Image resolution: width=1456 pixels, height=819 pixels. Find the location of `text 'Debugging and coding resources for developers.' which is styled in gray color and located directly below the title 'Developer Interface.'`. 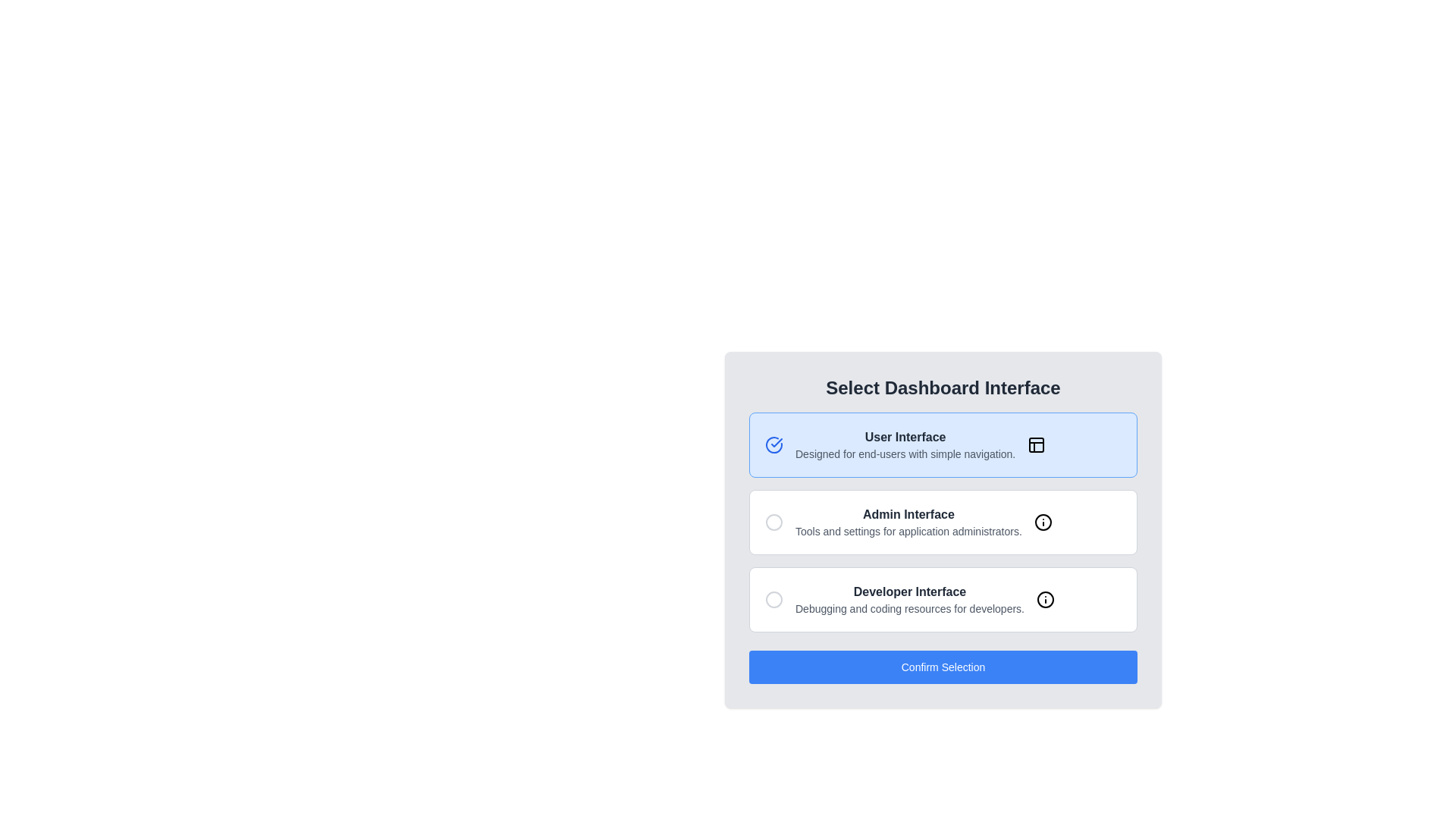

text 'Debugging and coding resources for developers.' which is styled in gray color and located directly below the title 'Developer Interface.' is located at coordinates (910, 607).